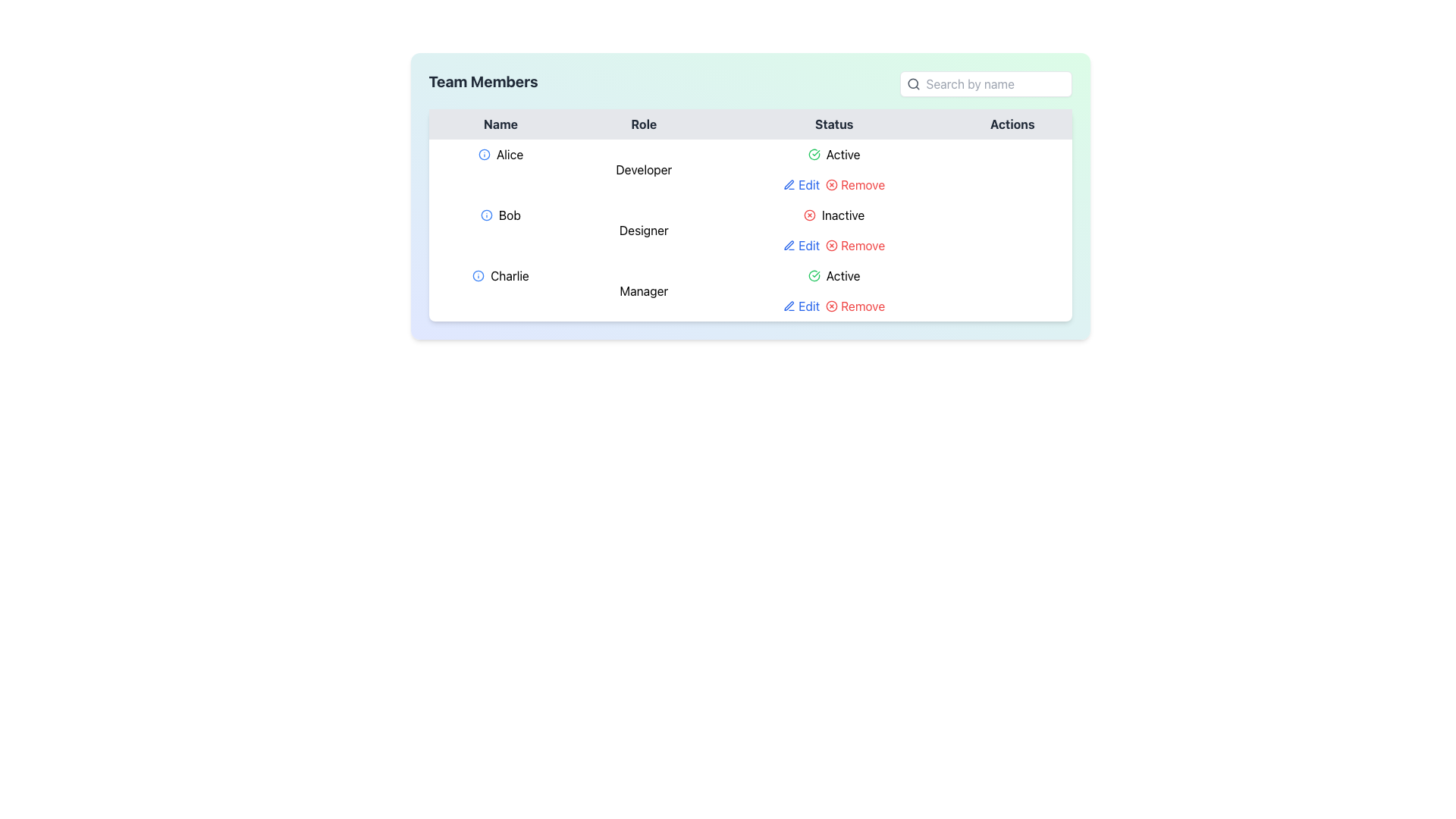 This screenshot has width=1456, height=819. I want to click on the Status Indicator displaying 'Active' for Alice in the table, which includes a green check icon and the text 'Active', so click(833, 155).